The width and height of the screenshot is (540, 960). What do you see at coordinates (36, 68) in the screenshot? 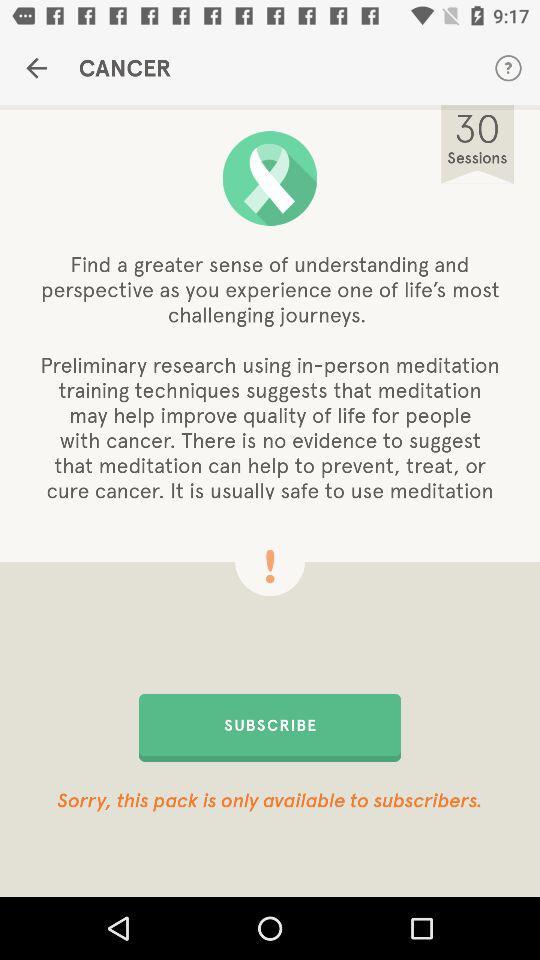
I see `the item next to cancer item` at bounding box center [36, 68].